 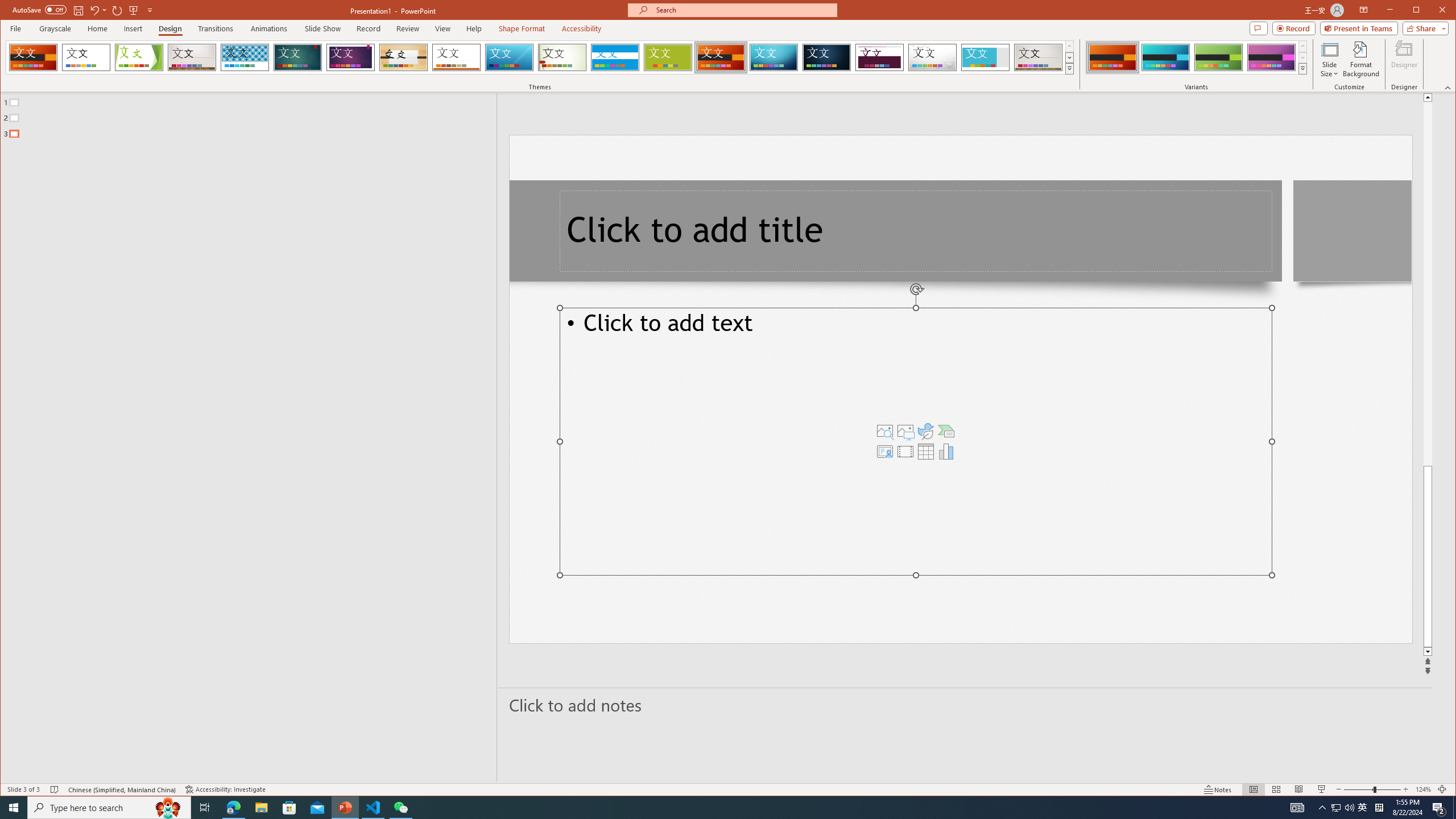 What do you see at coordinates (1165, 57) in the screenshot?
I see `'Berlin Variant 2'` at bounding box center [1165, 57].